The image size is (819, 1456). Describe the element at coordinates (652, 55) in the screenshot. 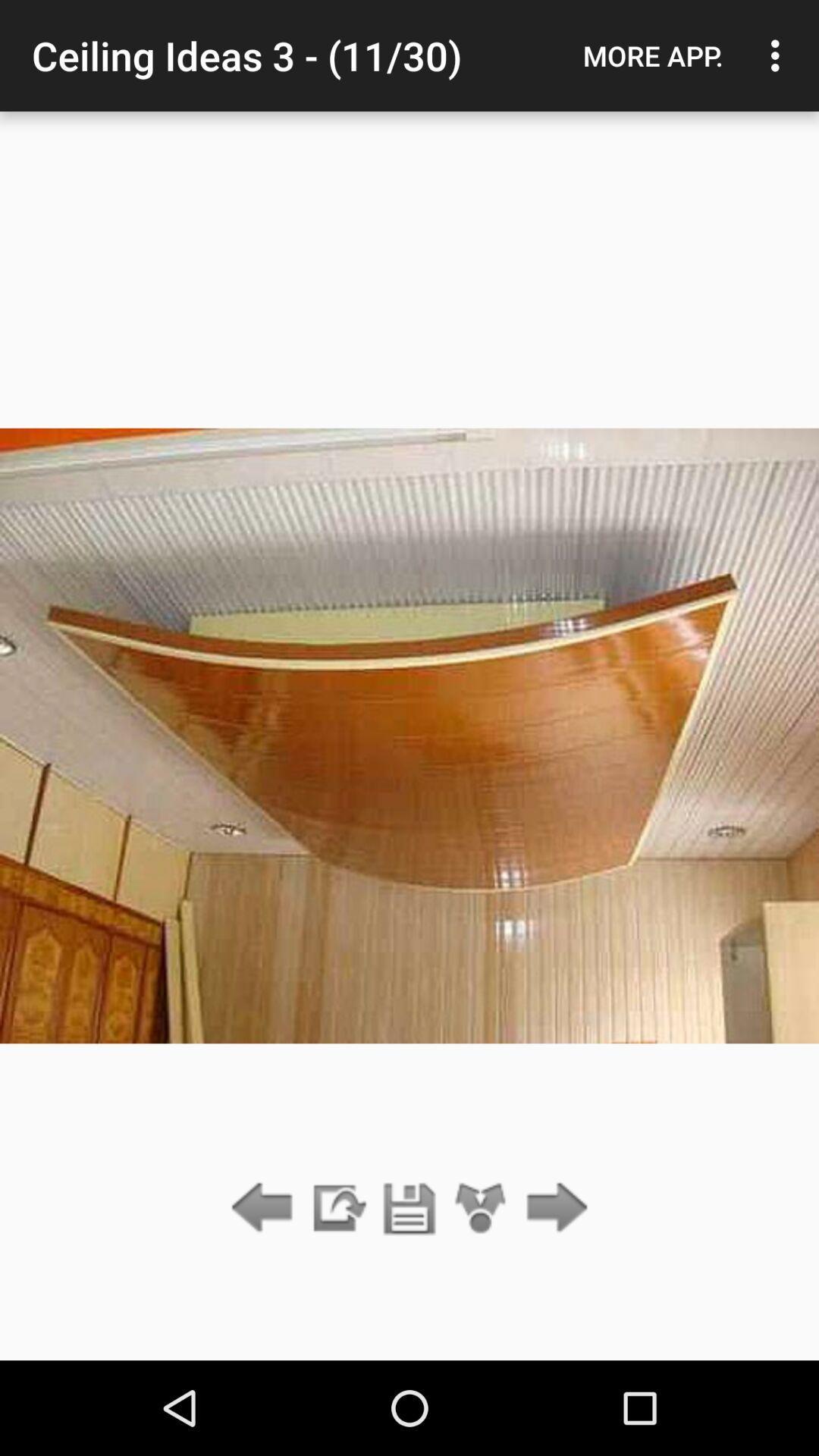

I see `app to the right of the ceiling ideas 3 app` at that location.